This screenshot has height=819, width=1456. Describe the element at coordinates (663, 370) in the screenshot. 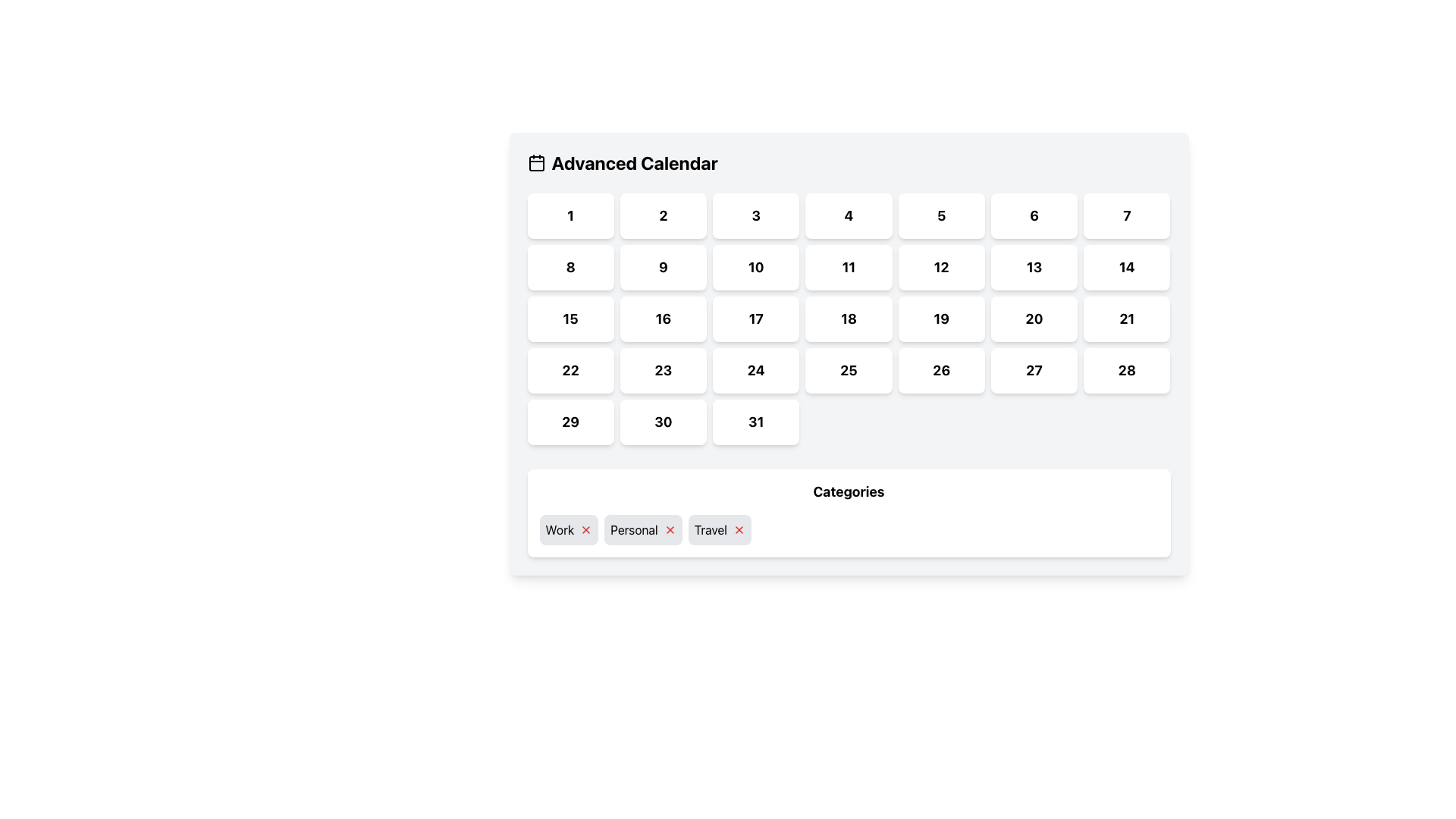

I see `the calendar day number '23'` at that location.